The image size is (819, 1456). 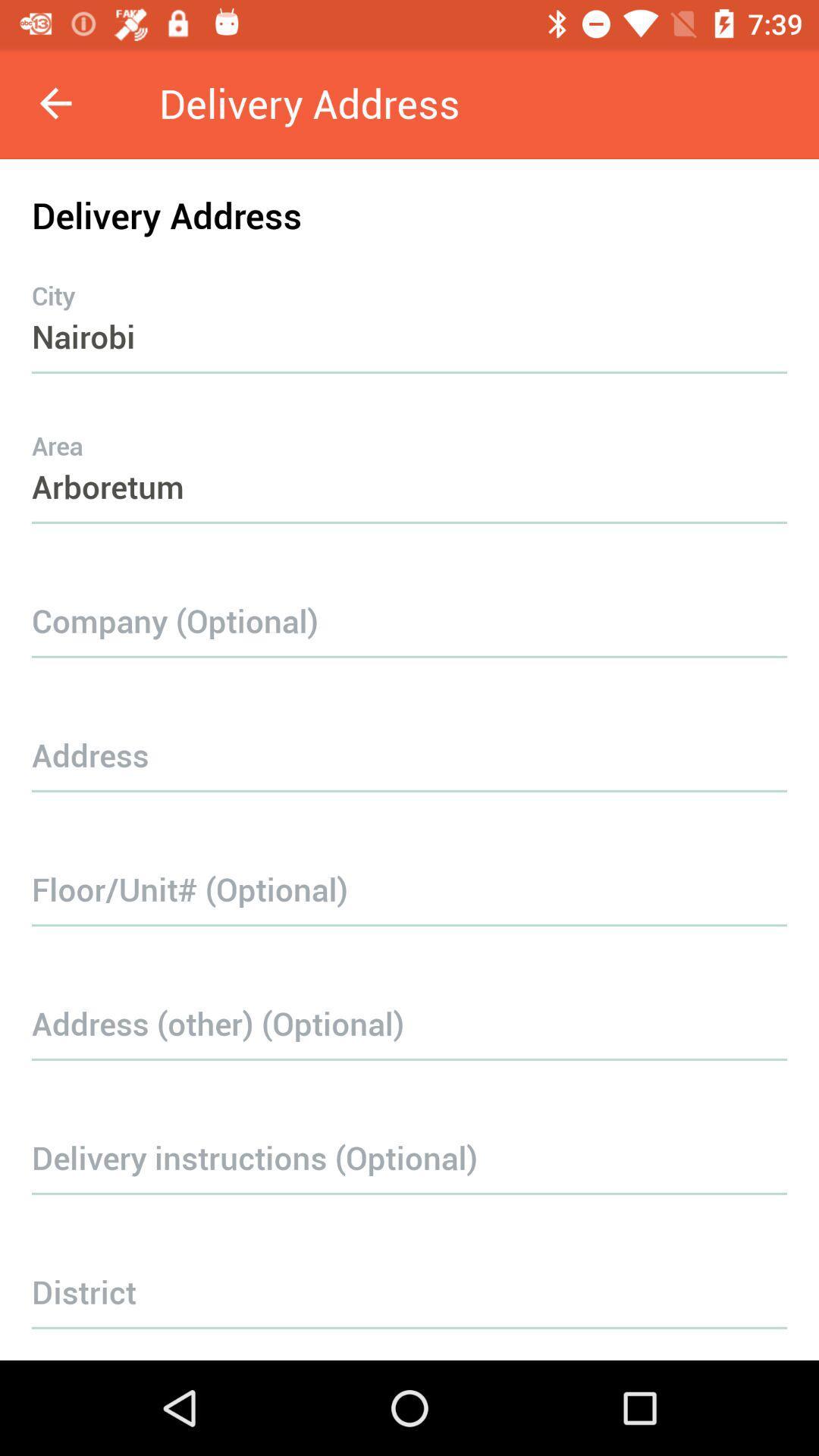 I want to click on item above the arboretum icon, so click(x=409, y=306).